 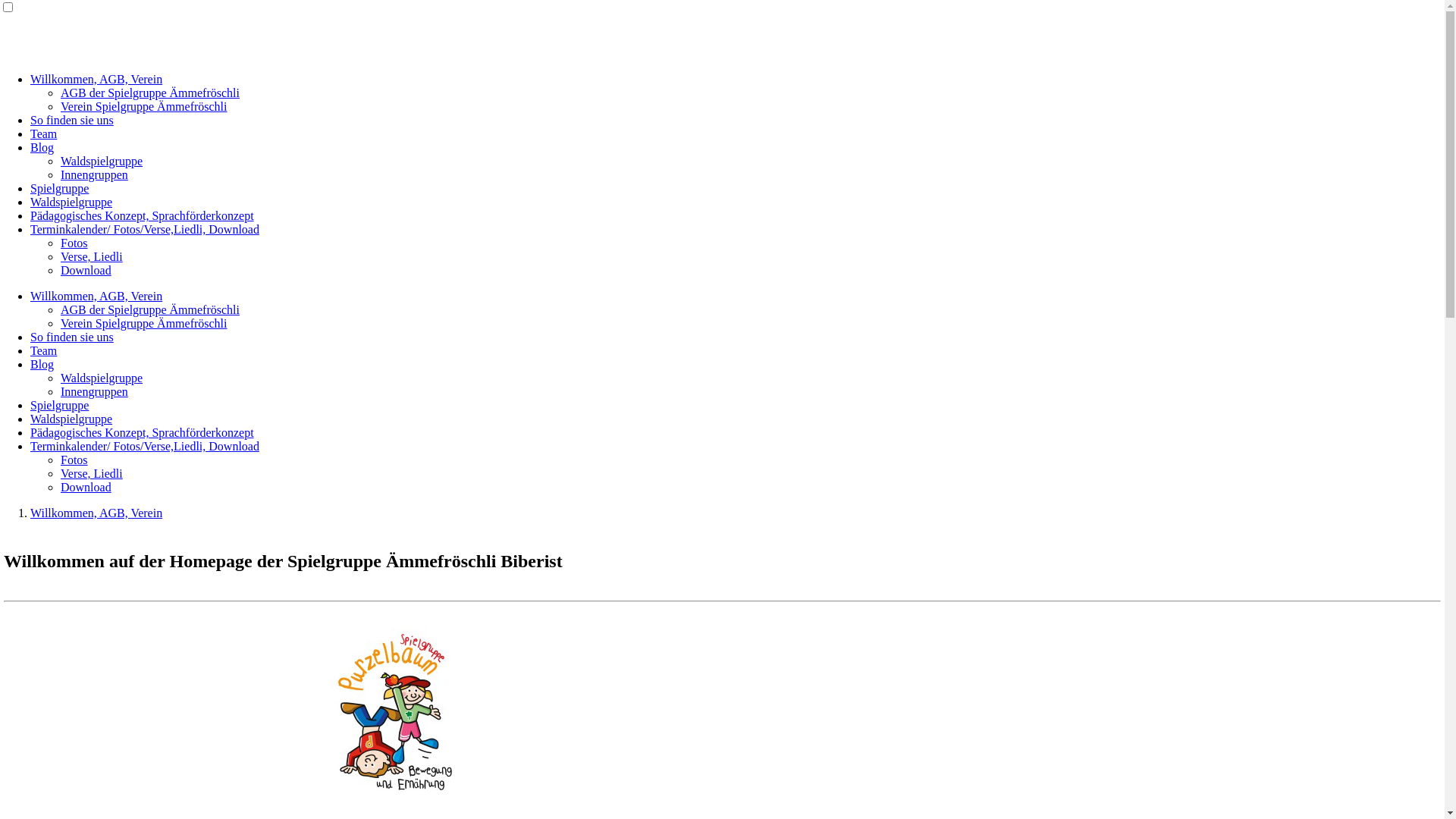 I want to click on 'Blog', so click(x=42, y=147).